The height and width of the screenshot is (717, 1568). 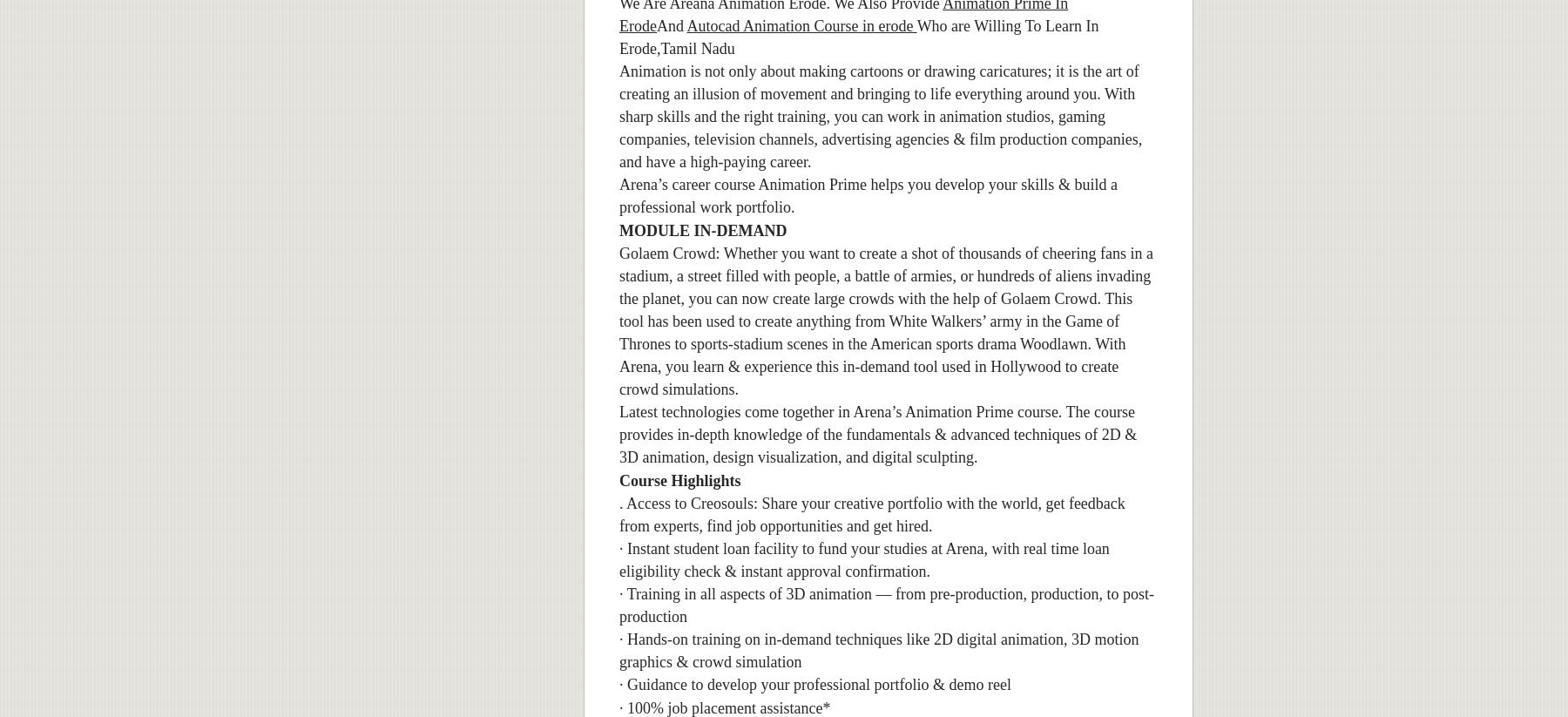 What do you see at coordinates (800, 24) in the screenshot?
I see `'Autocad Animation Course in erode'` at bounding box center [800, 24].